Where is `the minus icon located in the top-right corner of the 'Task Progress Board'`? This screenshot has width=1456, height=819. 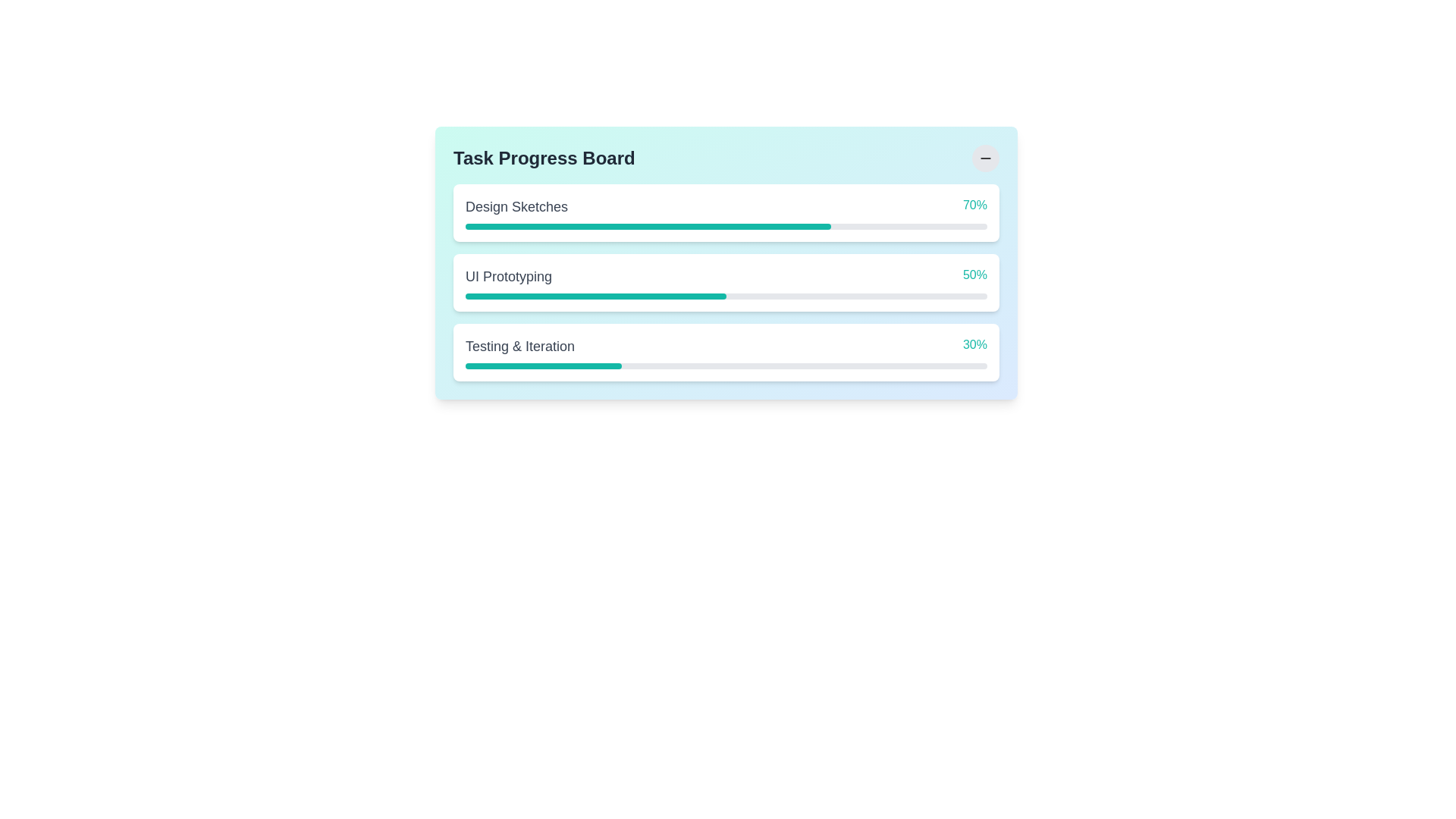 the minus icon located in the top-right corner of the 'Task Progress Board' is located at coordinates (986, 158).